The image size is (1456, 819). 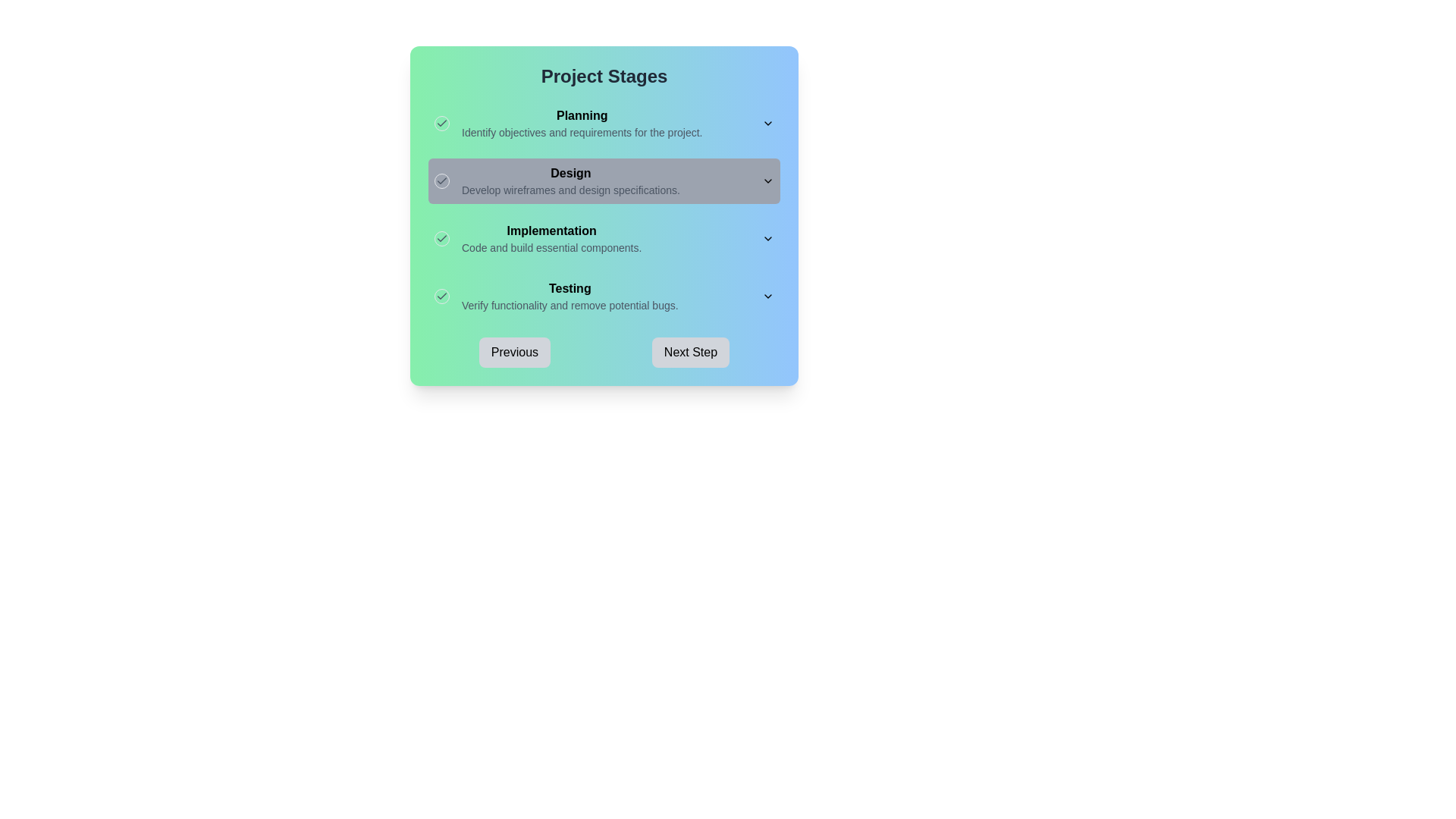 I want to click on the Text header element that serves as the title for 'Project Stages', located at the top center of the panel, so click(x=603, y=76).